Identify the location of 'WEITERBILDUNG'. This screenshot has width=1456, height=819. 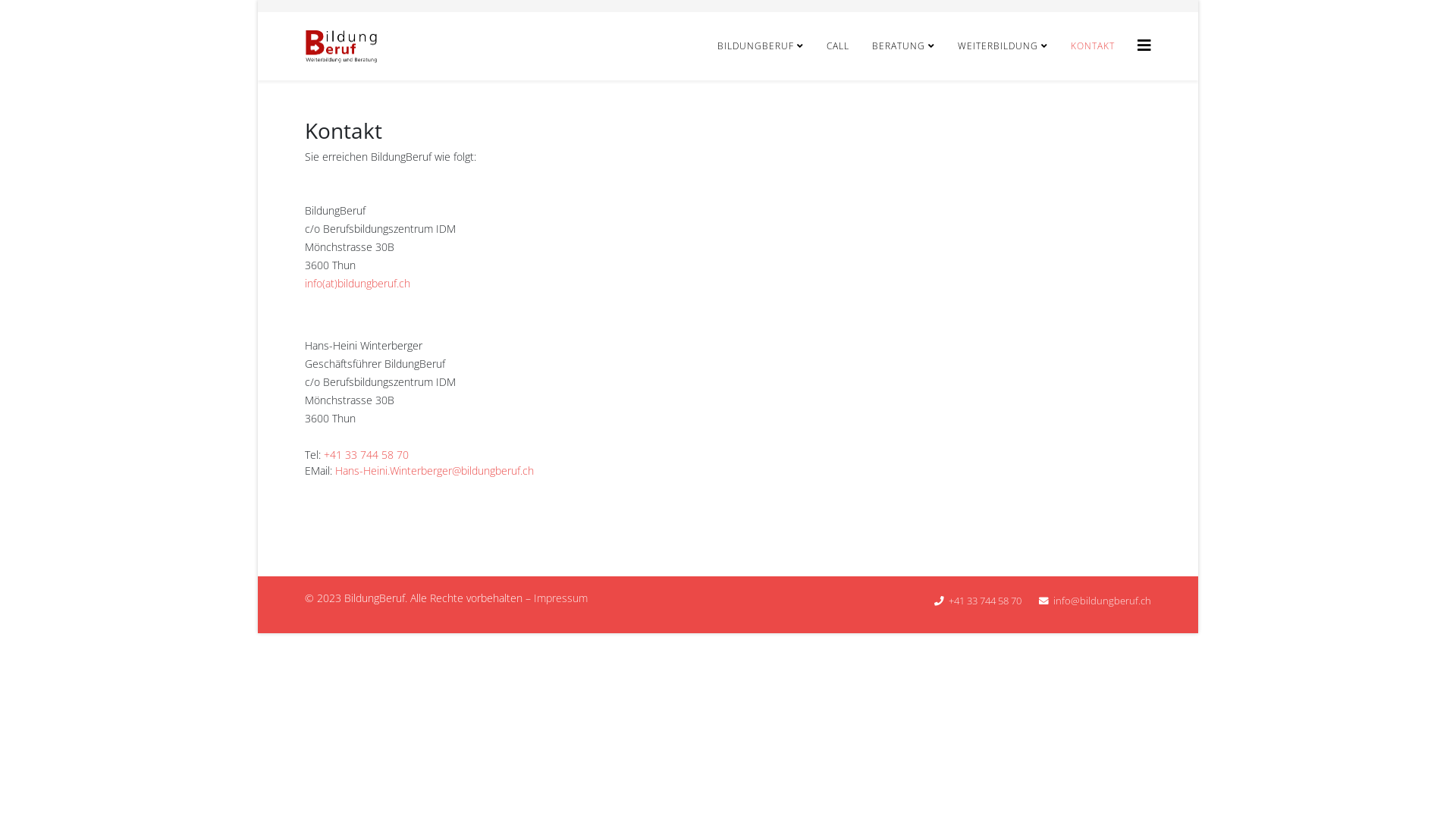
(1003, 45).